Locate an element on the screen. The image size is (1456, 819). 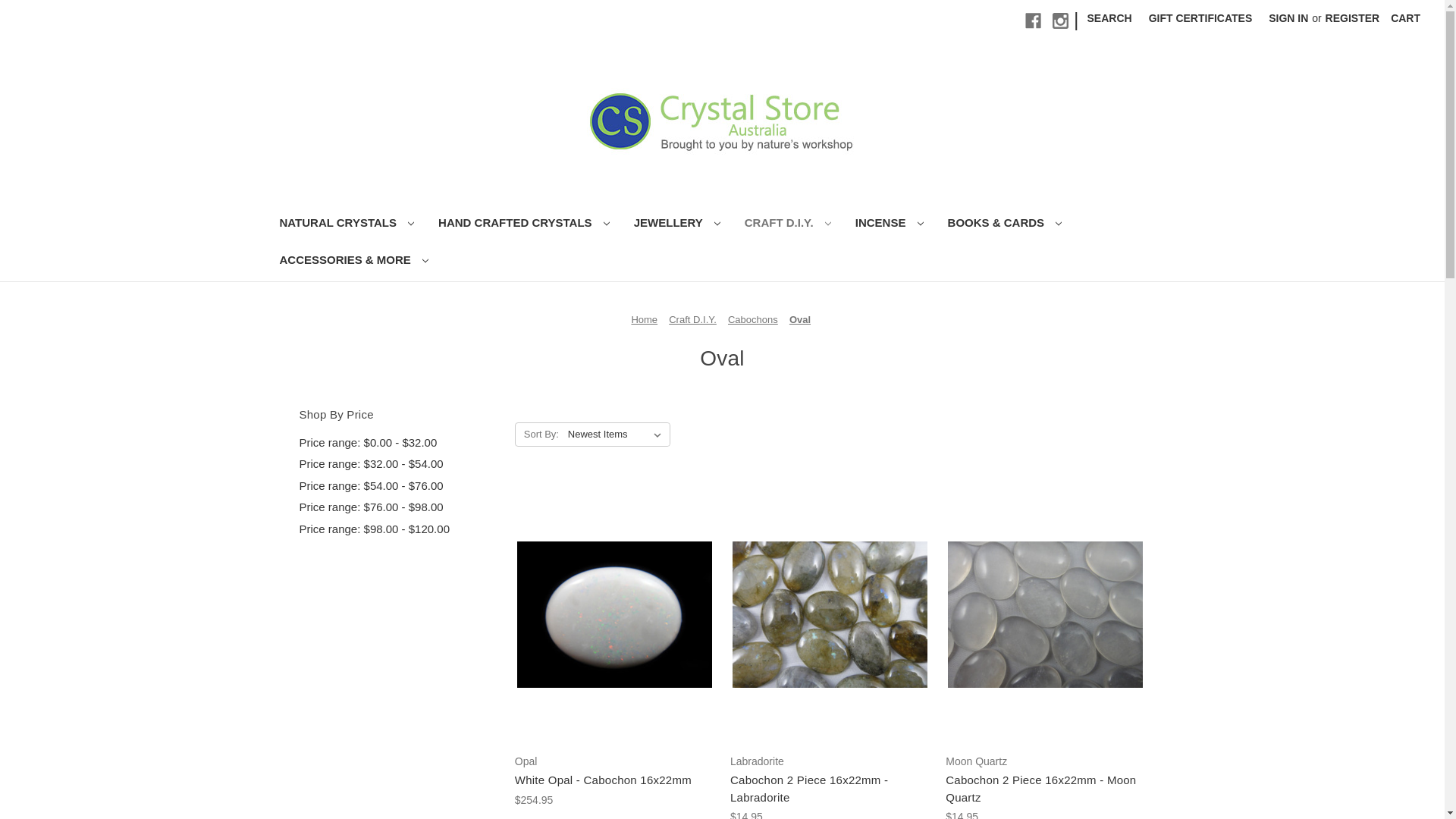
'CRAFT D.I.Y.' is located at coordinates (732, 224).